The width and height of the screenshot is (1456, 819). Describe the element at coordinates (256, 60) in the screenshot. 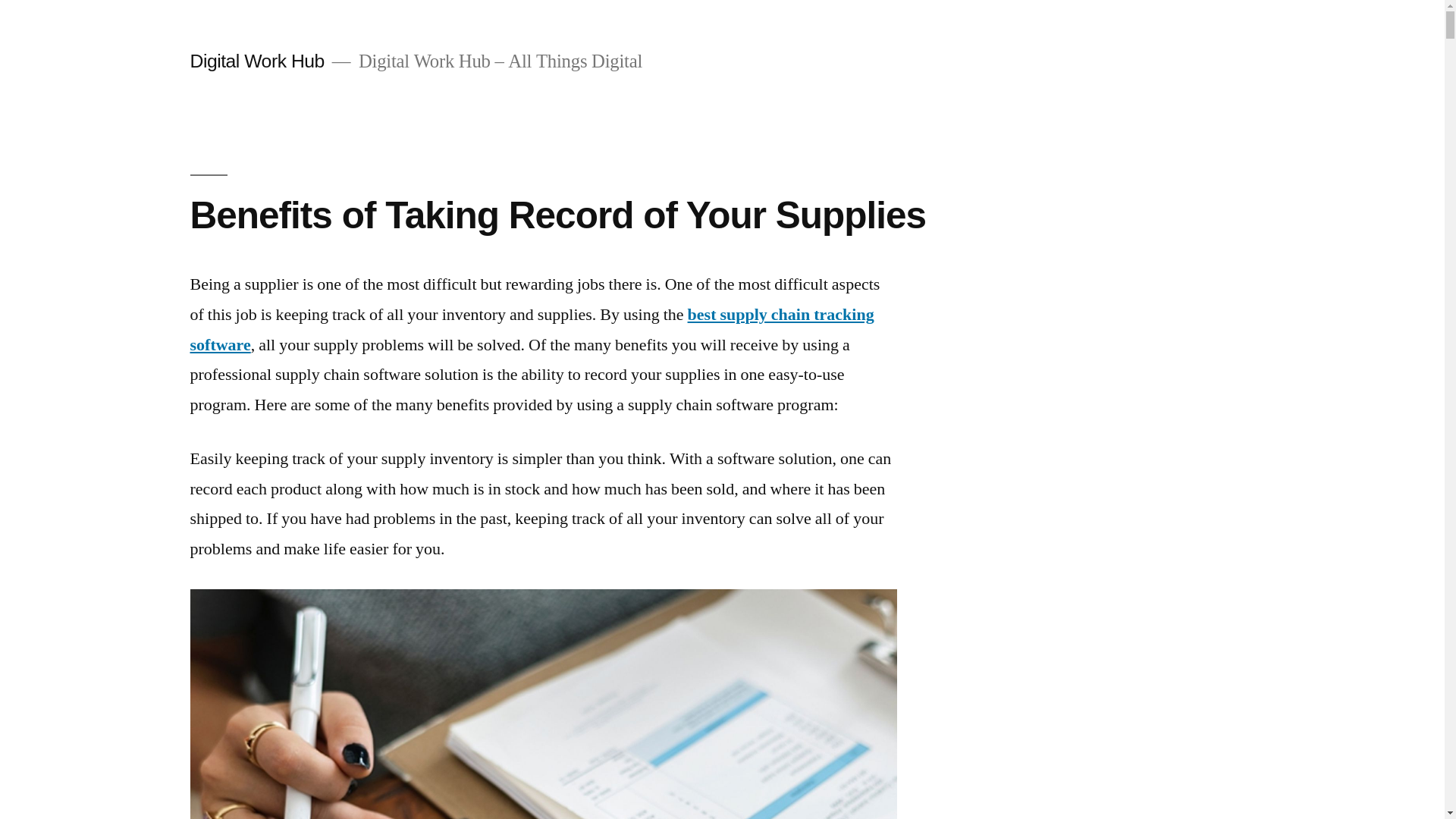

I see `'Digital Work Hub'` at that location.